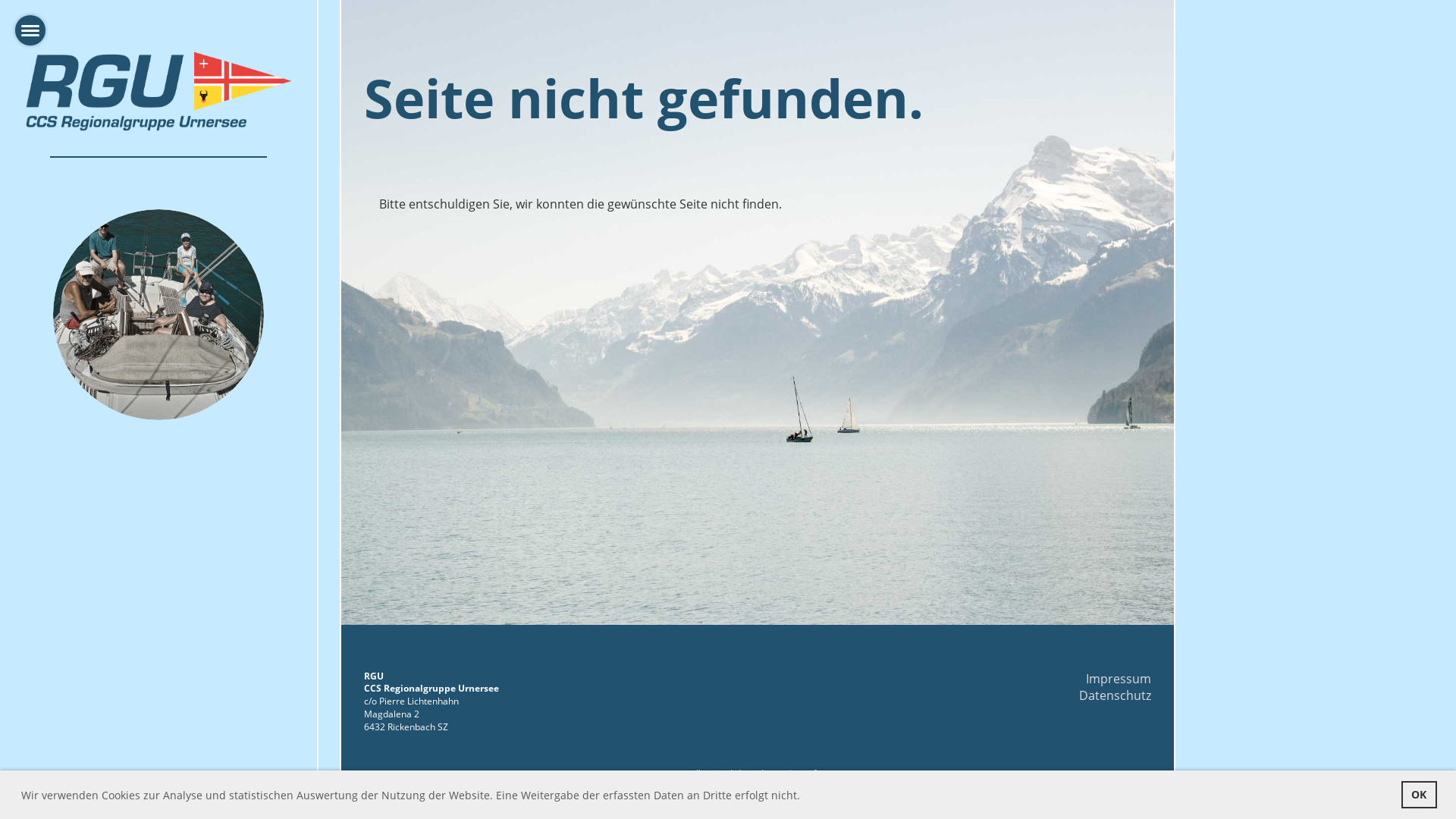 This screenshot has height=819, width=1456. Describe the element at coordinates (1118, 677) in the screenshot. I see `'Impressum'` at that location.